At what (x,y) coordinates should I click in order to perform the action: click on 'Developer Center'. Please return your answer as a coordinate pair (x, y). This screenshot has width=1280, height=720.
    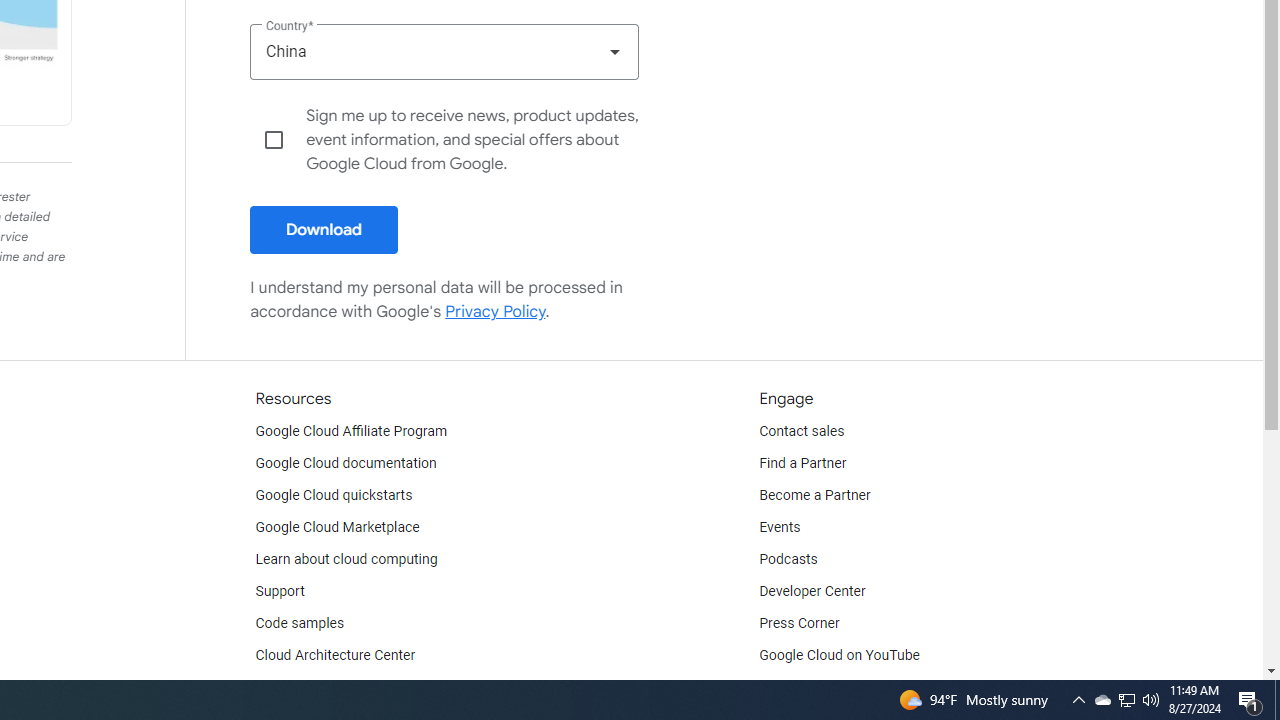
    Looking at the image, I should click on (812, 590).